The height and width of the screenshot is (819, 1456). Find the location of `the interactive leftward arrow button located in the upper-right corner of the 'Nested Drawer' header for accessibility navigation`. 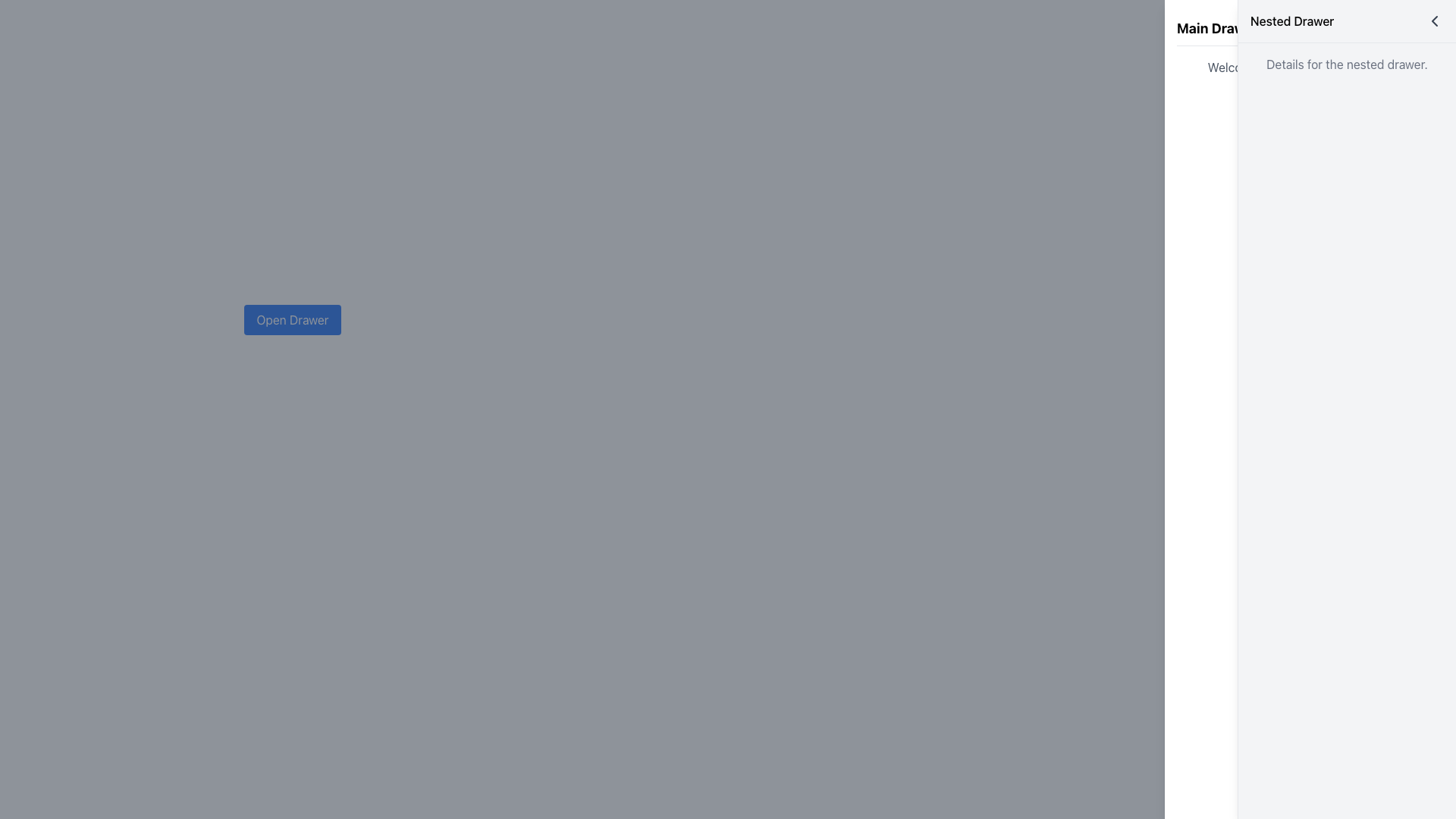

the interactive leftward arrow button located in the upper-right corner of the 'Nested Drawer' header for accessibility navigation is located at coordinates (1433, 20).